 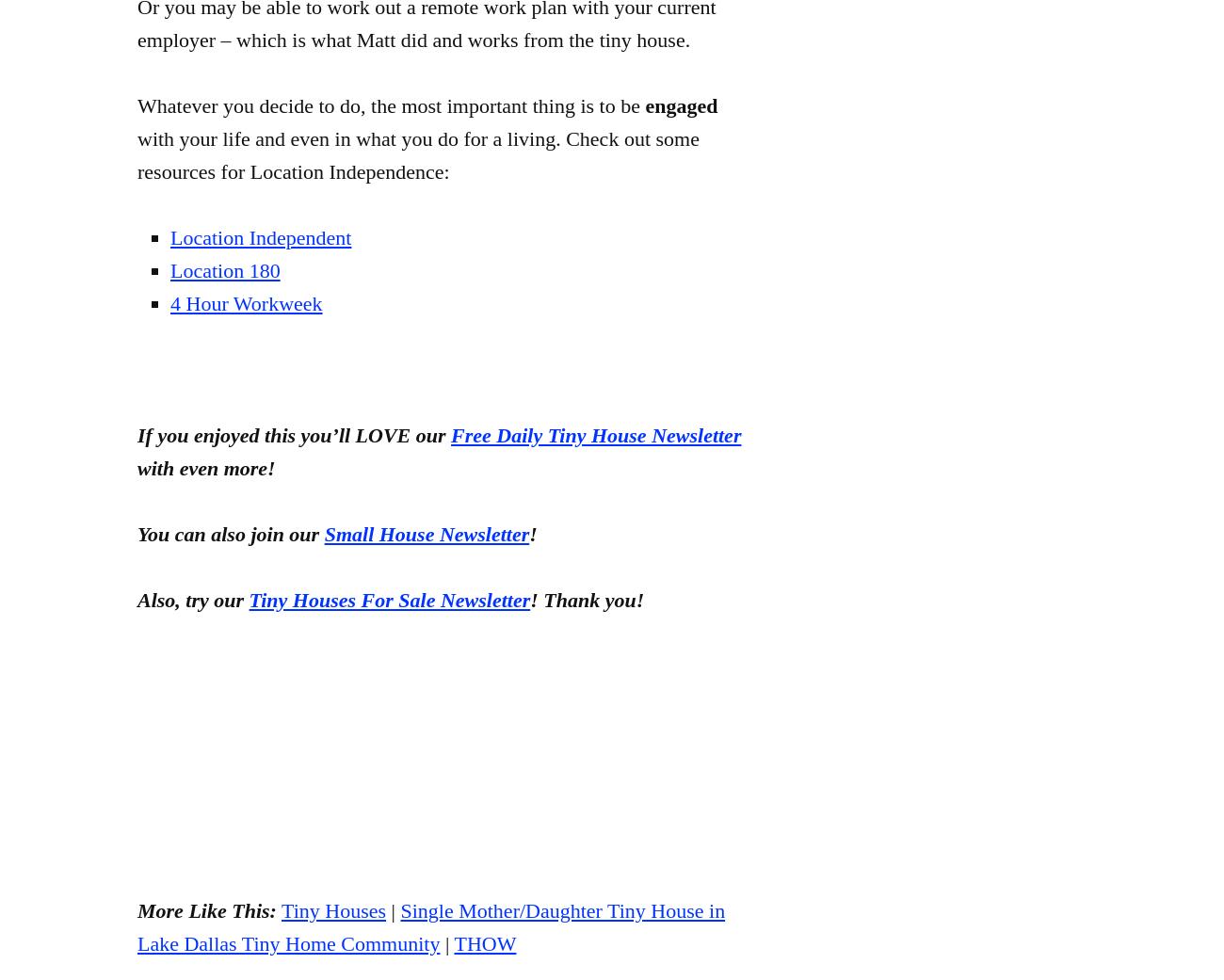 What do you see at coordinates (193, 599) in the screenshot?
I see `'Also, try our'` at bounding box center [193, 599].